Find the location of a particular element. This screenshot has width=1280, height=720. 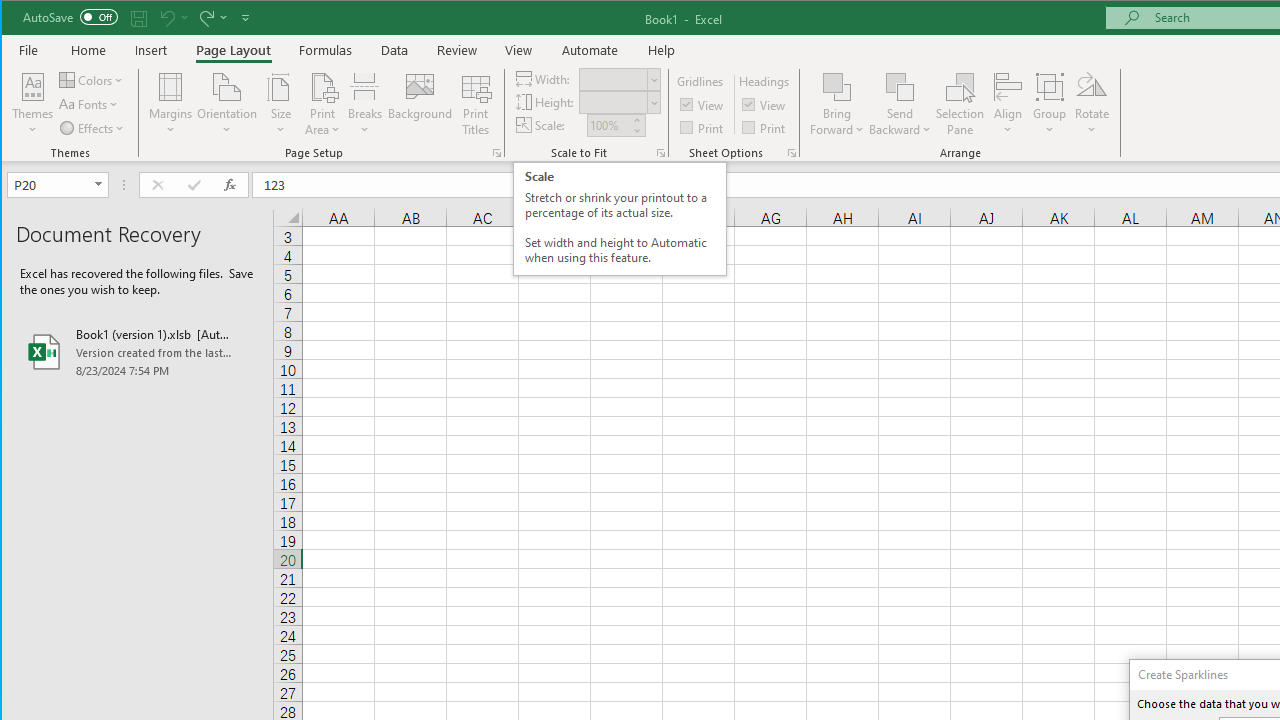

'Group' is located at coordinates (1049, 104).